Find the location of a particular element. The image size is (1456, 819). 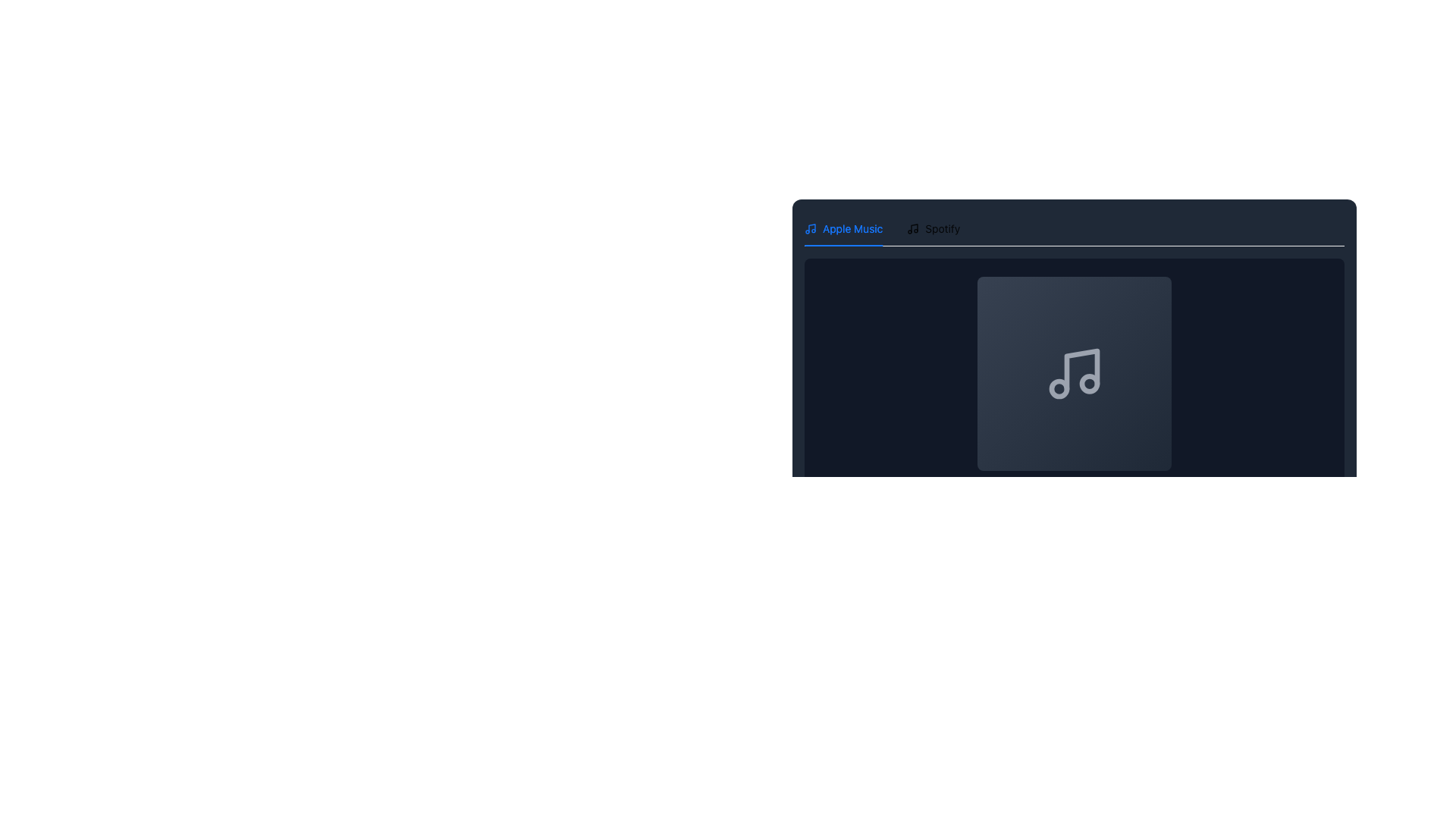

the 'Apple Music' tab in the horizontal navigation is located at coordinates (843, 228).